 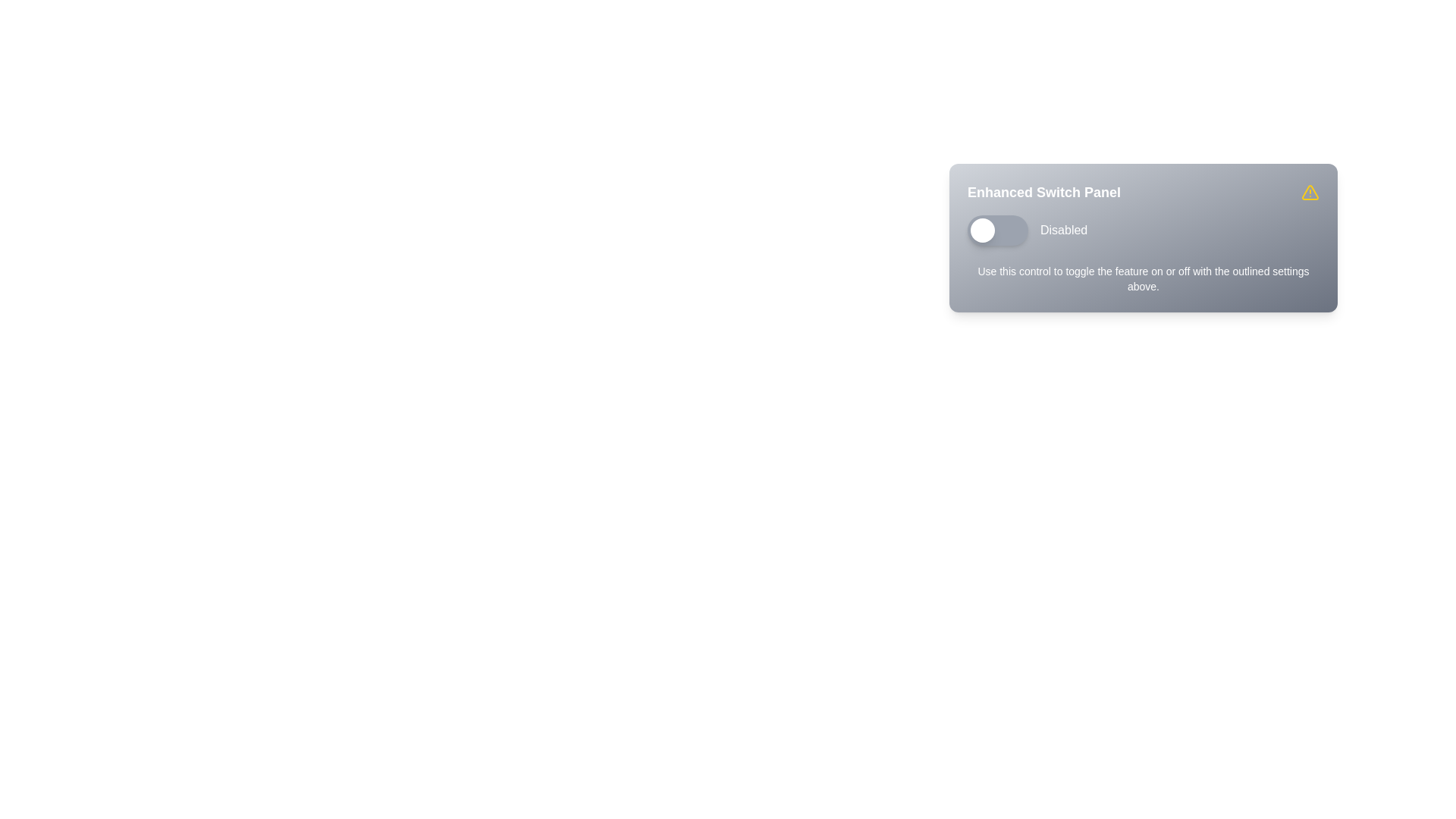 I want to click on the 'Disabled' text label which is styled with a white font on a gray background, located within the 'Enhanced Switch Panel' to the right of the toggle switch, so click(x=1063, y=231).